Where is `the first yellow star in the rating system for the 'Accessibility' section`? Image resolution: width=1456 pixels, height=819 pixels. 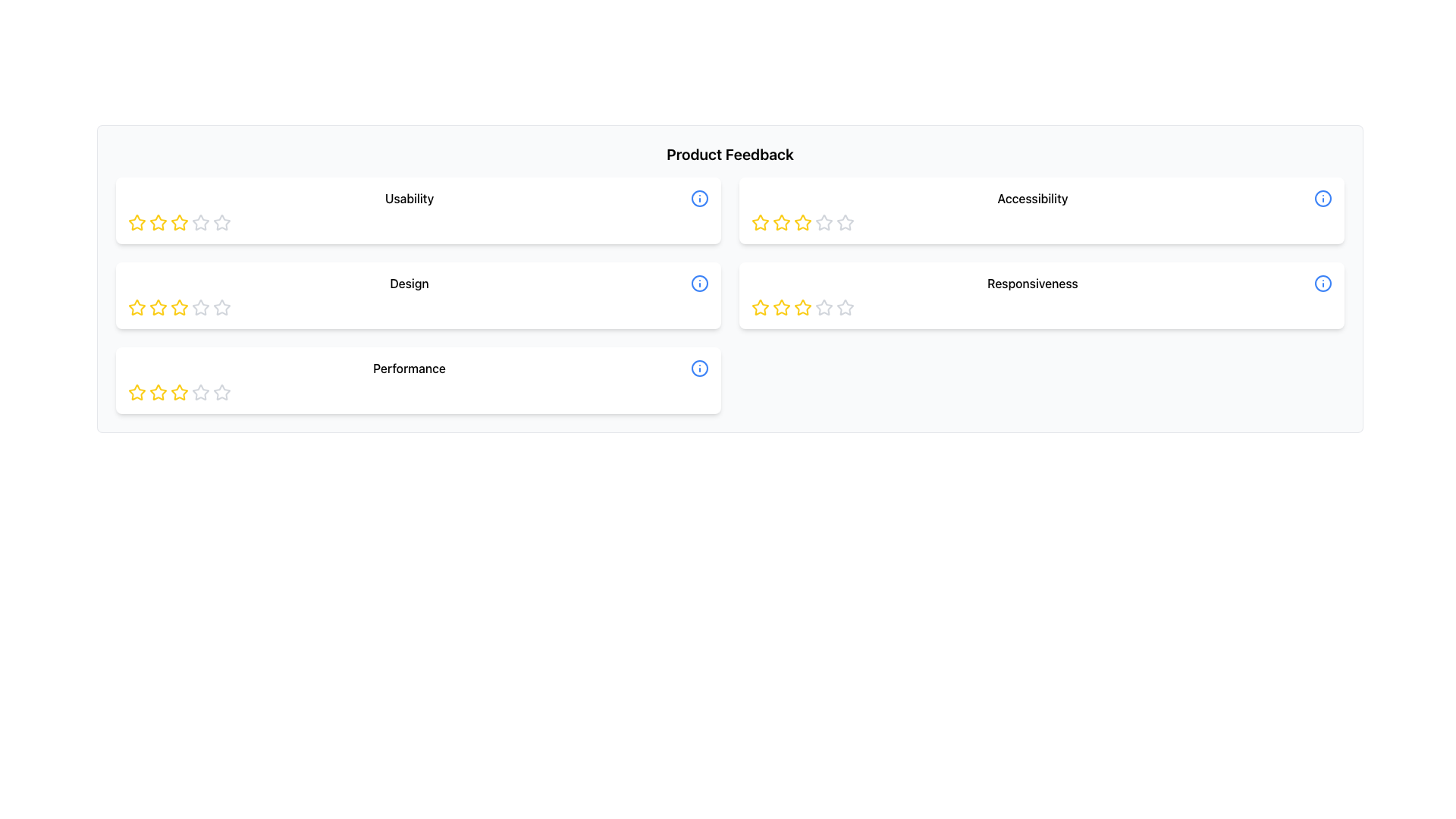 the first yellow star in the rating system for the 'Accessibility' section is located at coordinates (761, 222).